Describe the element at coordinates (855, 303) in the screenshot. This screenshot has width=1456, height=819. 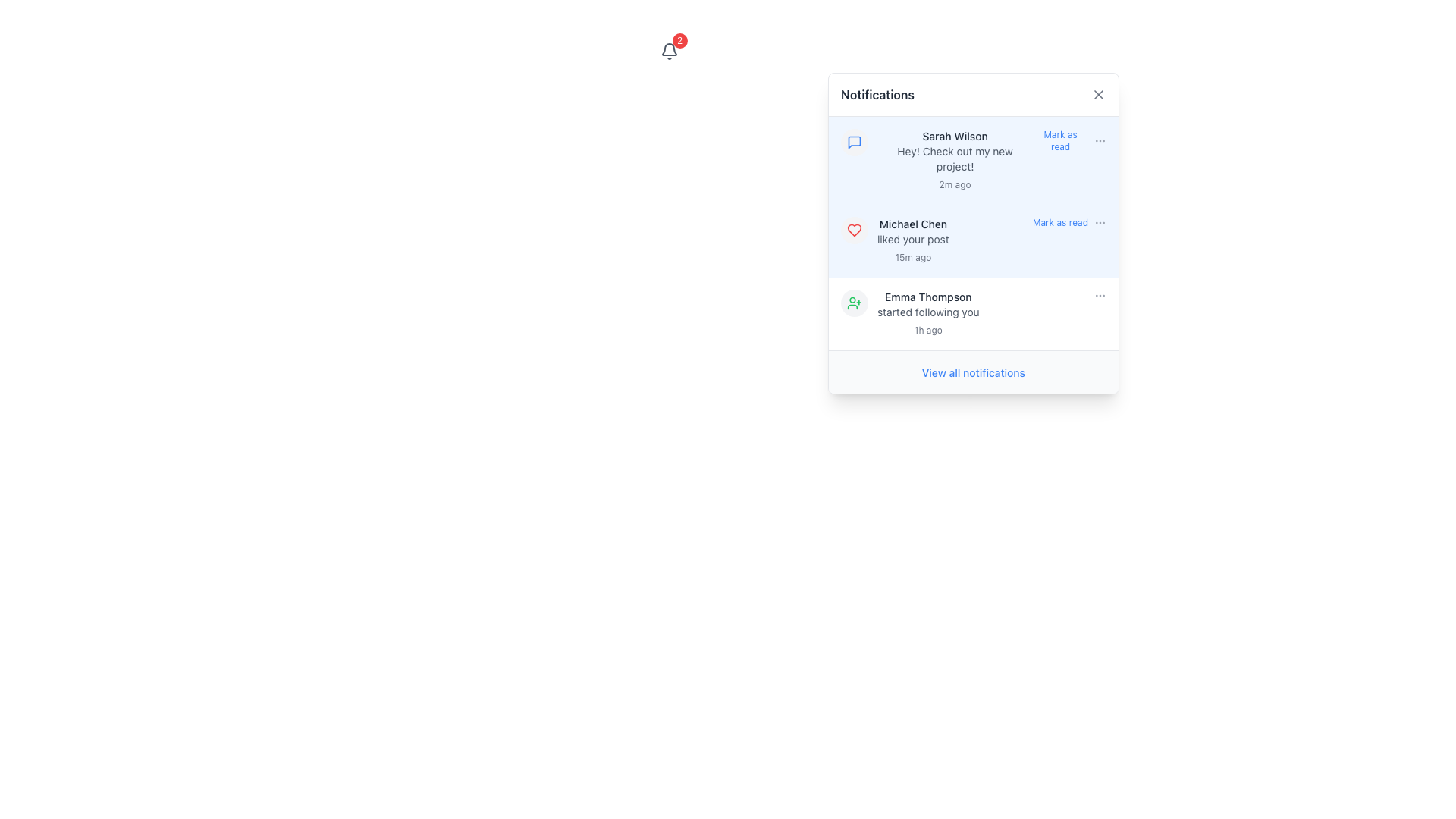
I see `the small, circular button with a light gray background and a green user-plus icon, which is located to the left of the notification text 'Emma Thompson started following you 1h ago'` at that location.